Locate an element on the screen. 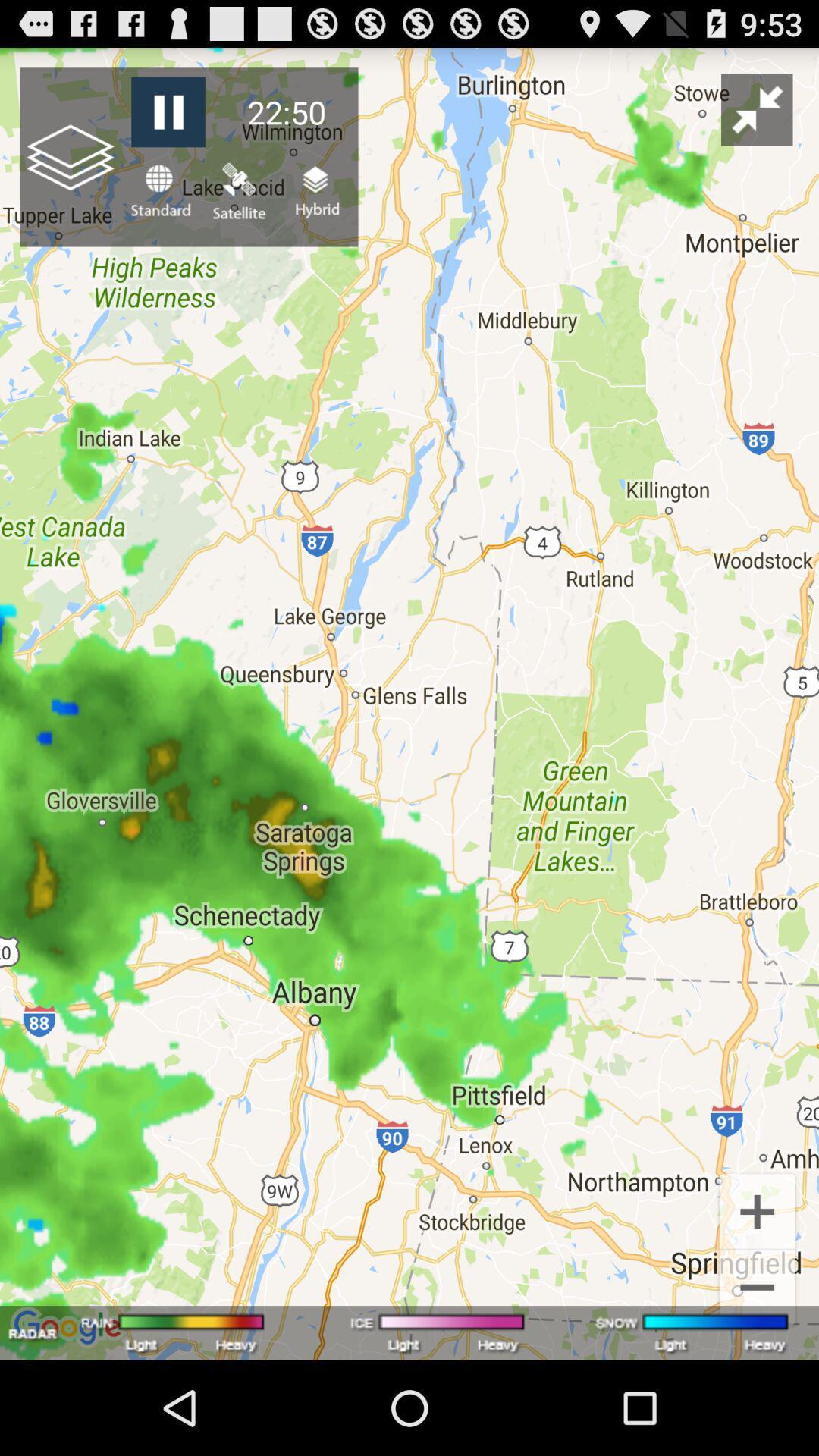  the fullscreen icon is located at coordinates (757, 116).